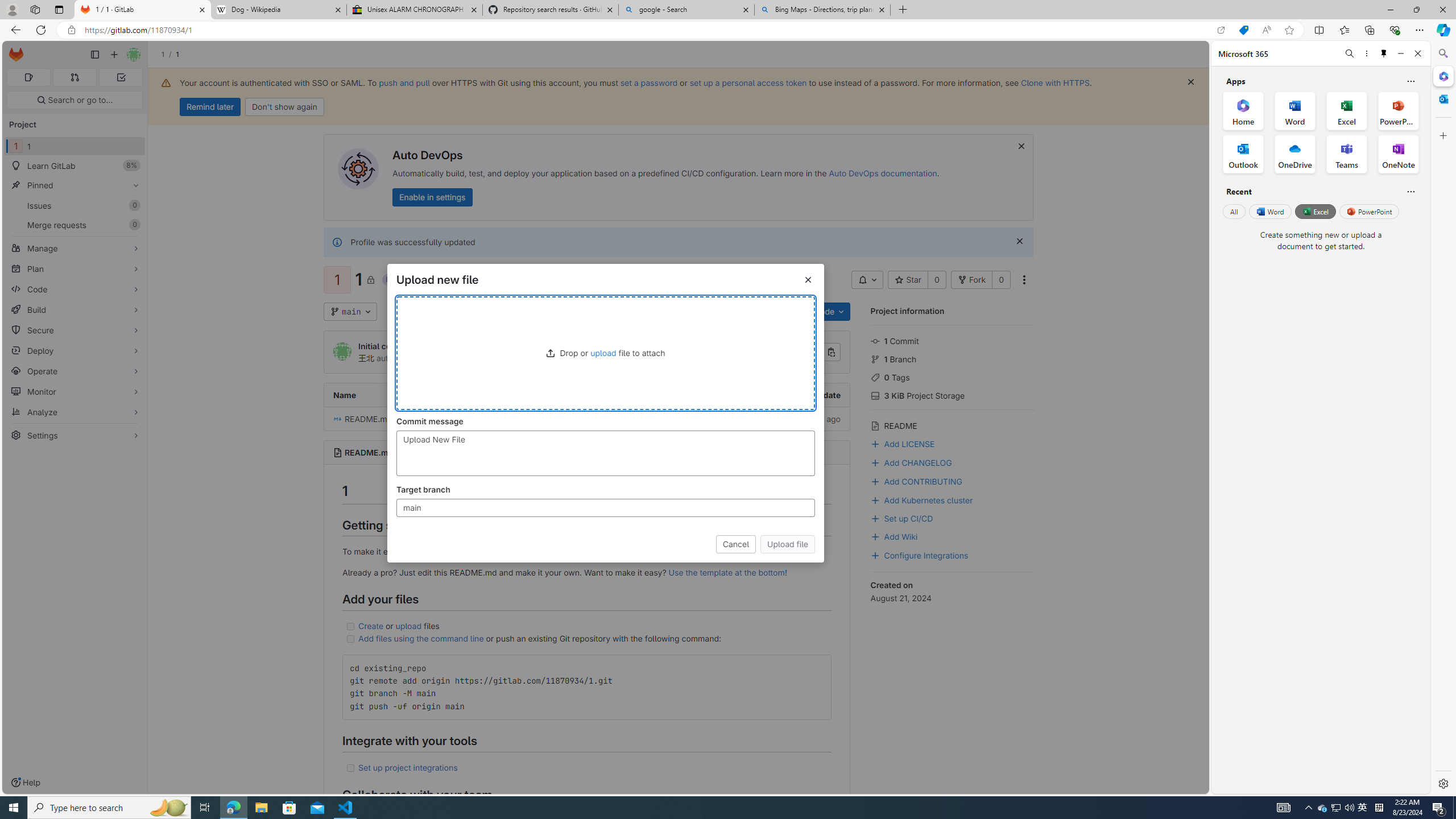 This screenshot has height=819, width=1456. Describe the element at coordinates (605, 353) in the screenshot. I see `'Drop or upload file to attach'` at that location.